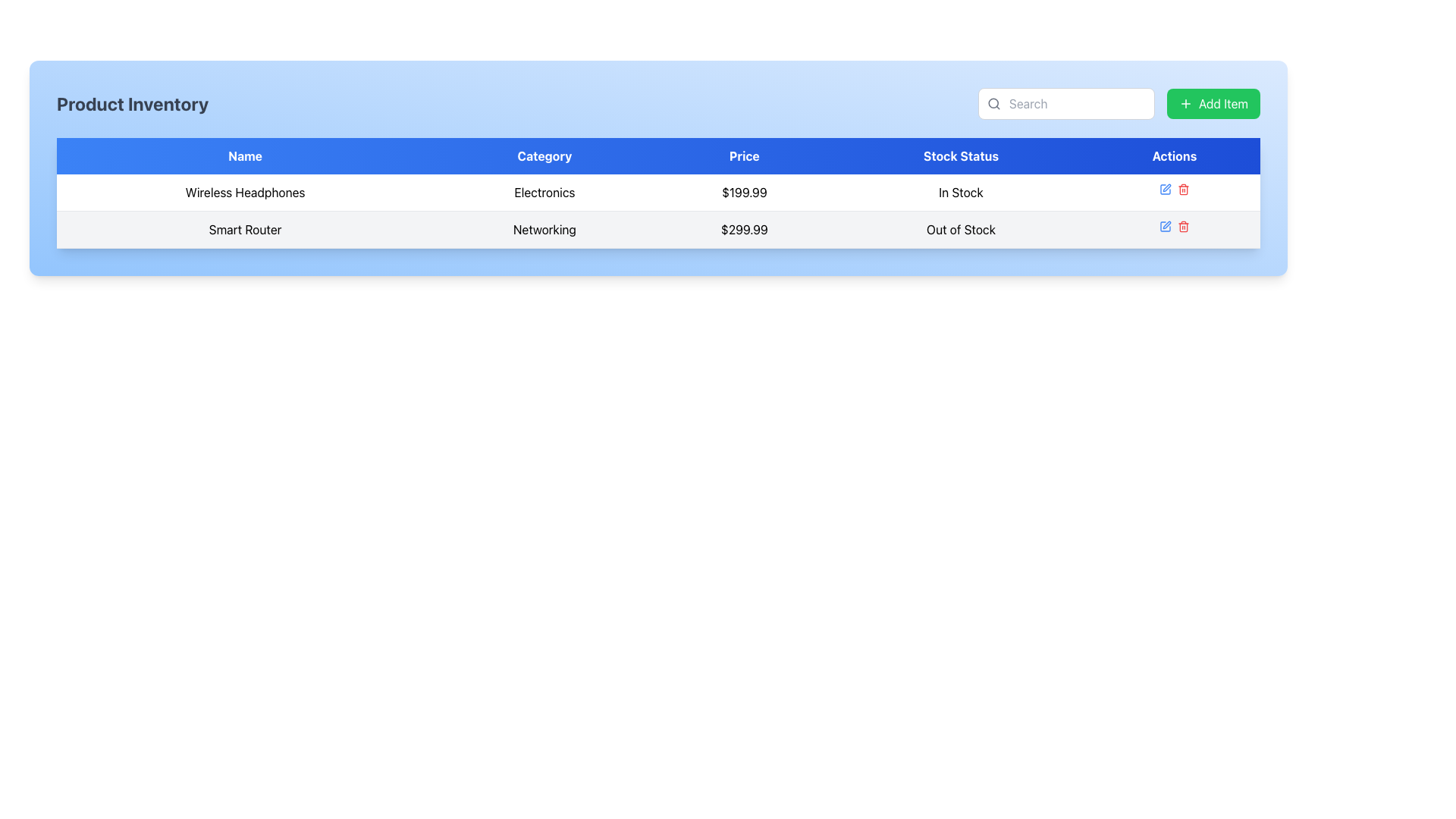 This screenshot has height=819, width=1456. Describe the element at coordinates (245, 230) in the screenshot. I see `the Text Label that represents the name of a product in the inventory list located in the second row under the 'Name' column, adjacent to 'Networking', '$299.99', and 'Out of Stock'` at that location.